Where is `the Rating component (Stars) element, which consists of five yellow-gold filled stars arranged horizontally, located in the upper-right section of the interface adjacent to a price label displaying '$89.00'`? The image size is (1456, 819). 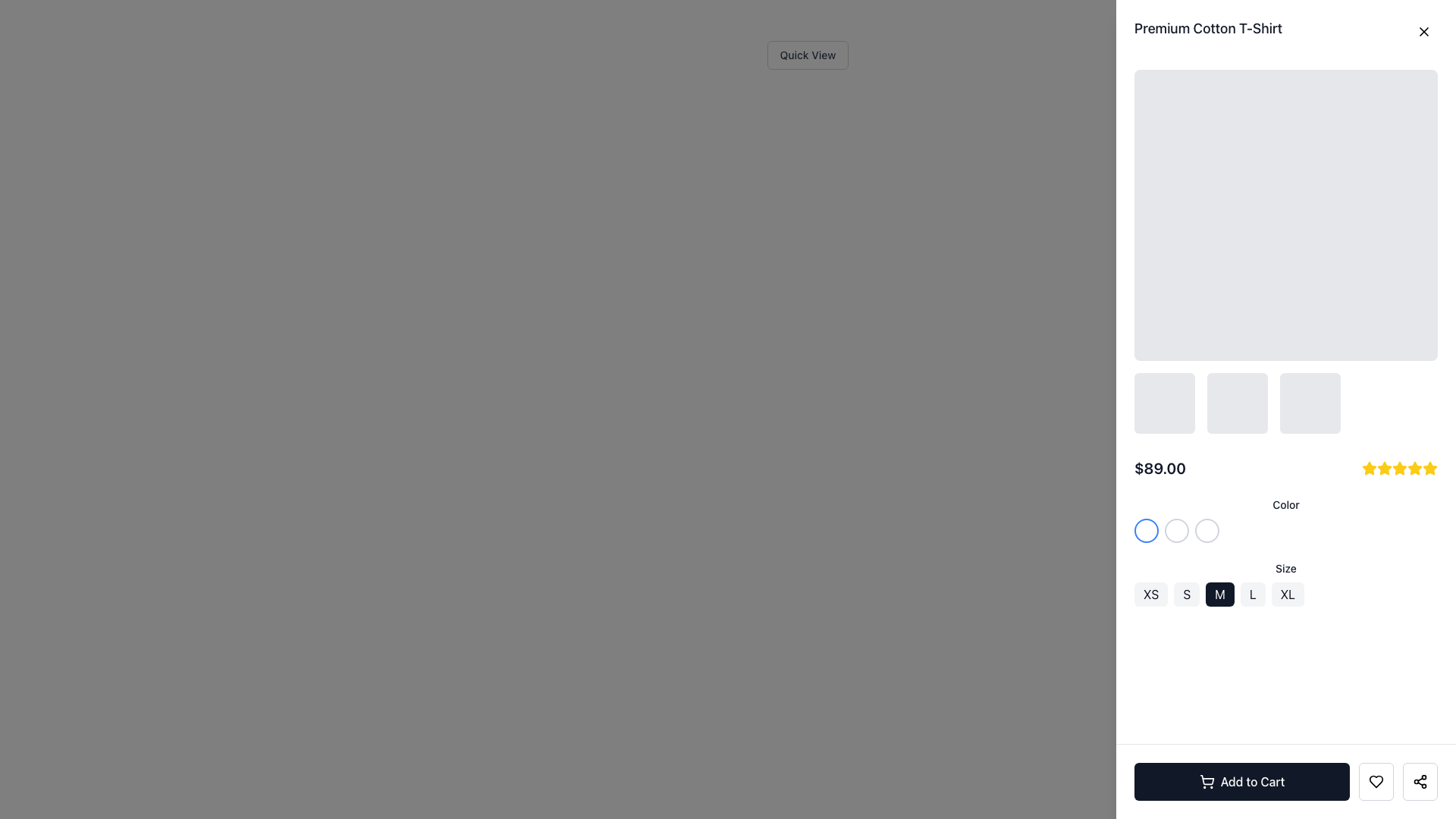
the Rating component (Stars) element, which consists of five yellow-gold filled stars arranged horizontally, located in the upper-right section of the interface adjacent to a price label displaying '$89.00' is located at coordinates (1399, 467).